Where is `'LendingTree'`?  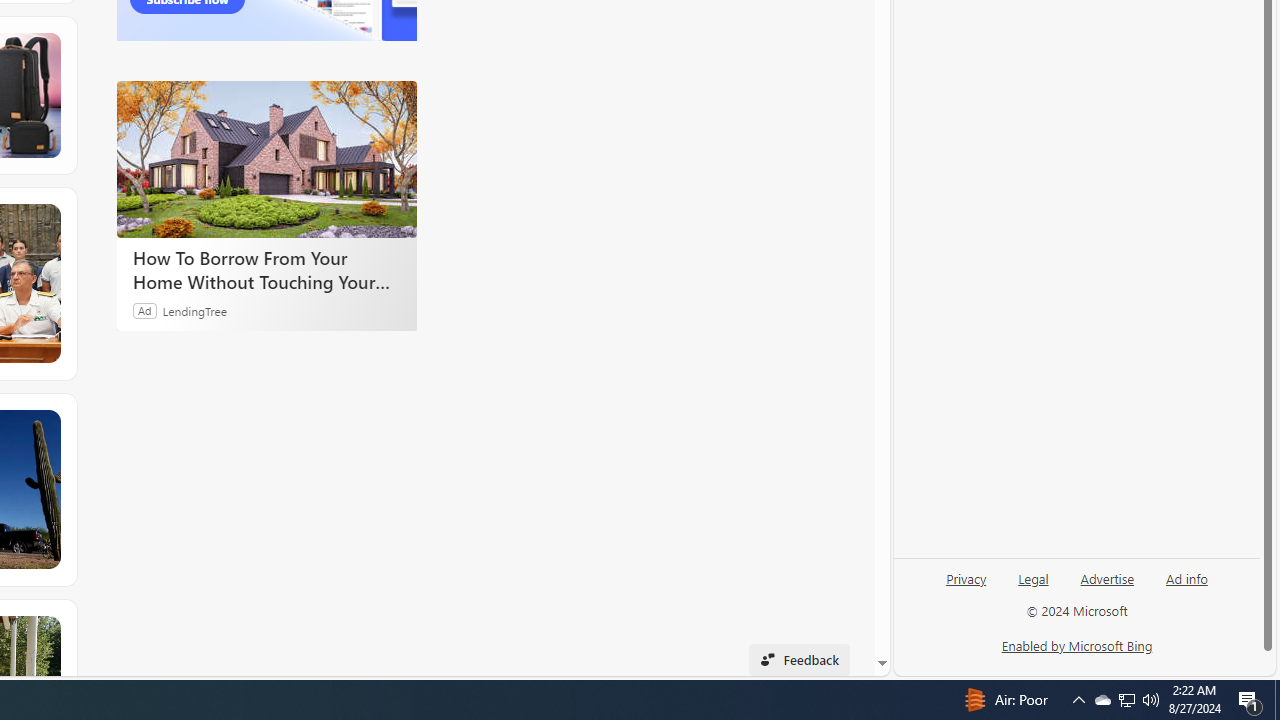 'LendingTree' is located at coordinates (195, 310).